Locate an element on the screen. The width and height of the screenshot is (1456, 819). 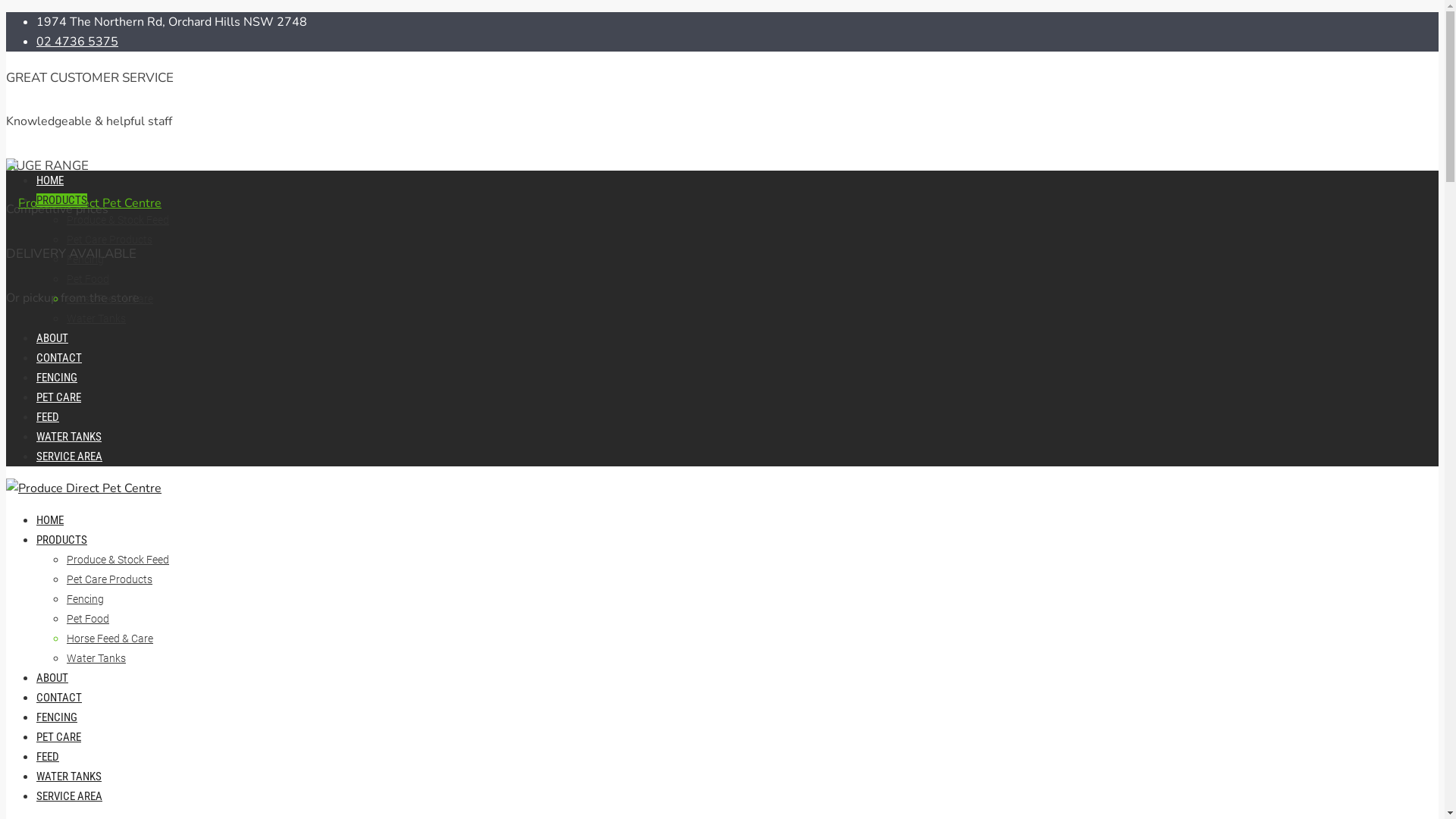
'CONTACT' is located at coordinates (58, 357).